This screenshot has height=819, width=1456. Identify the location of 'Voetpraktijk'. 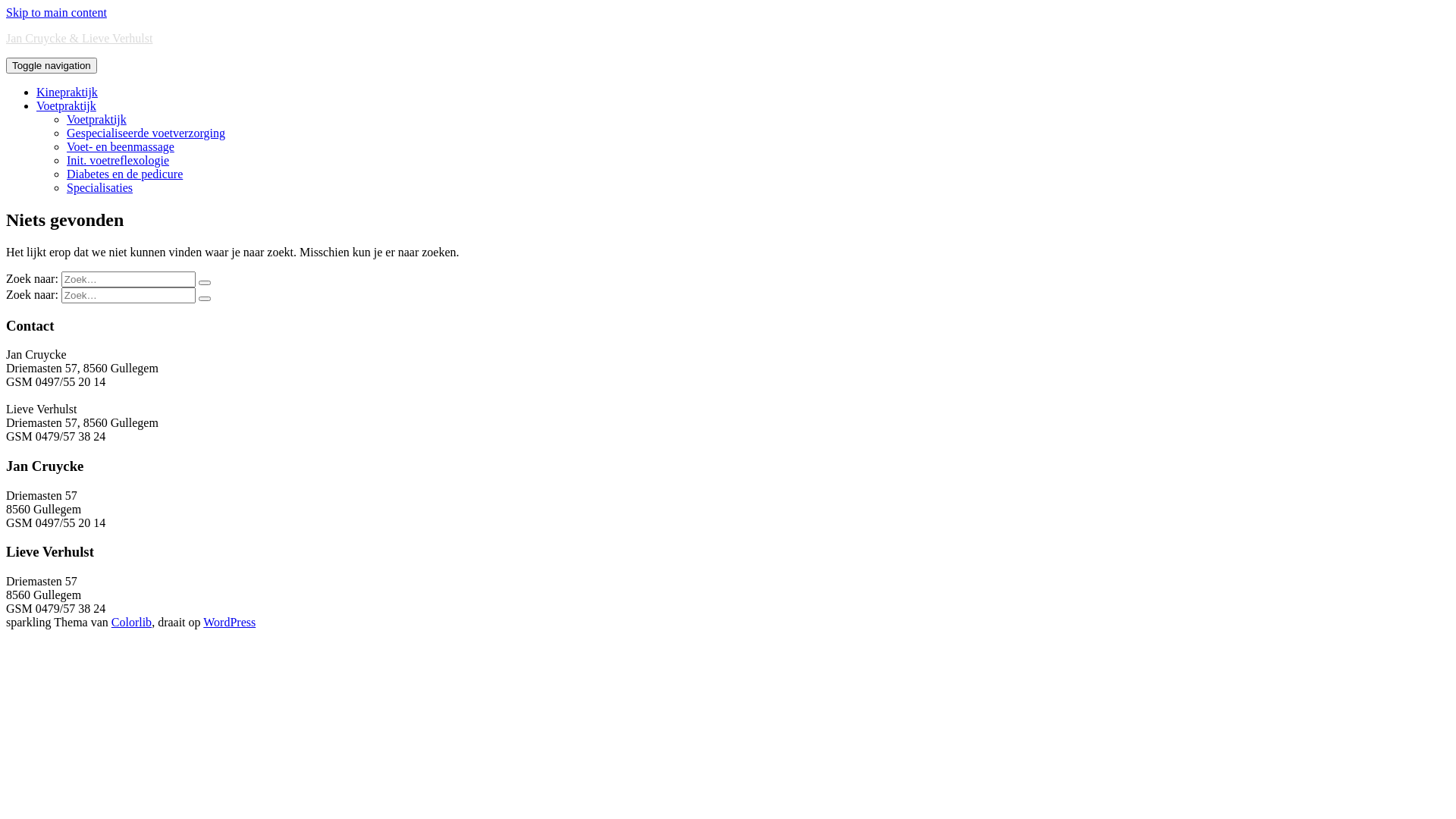
(96, 118).